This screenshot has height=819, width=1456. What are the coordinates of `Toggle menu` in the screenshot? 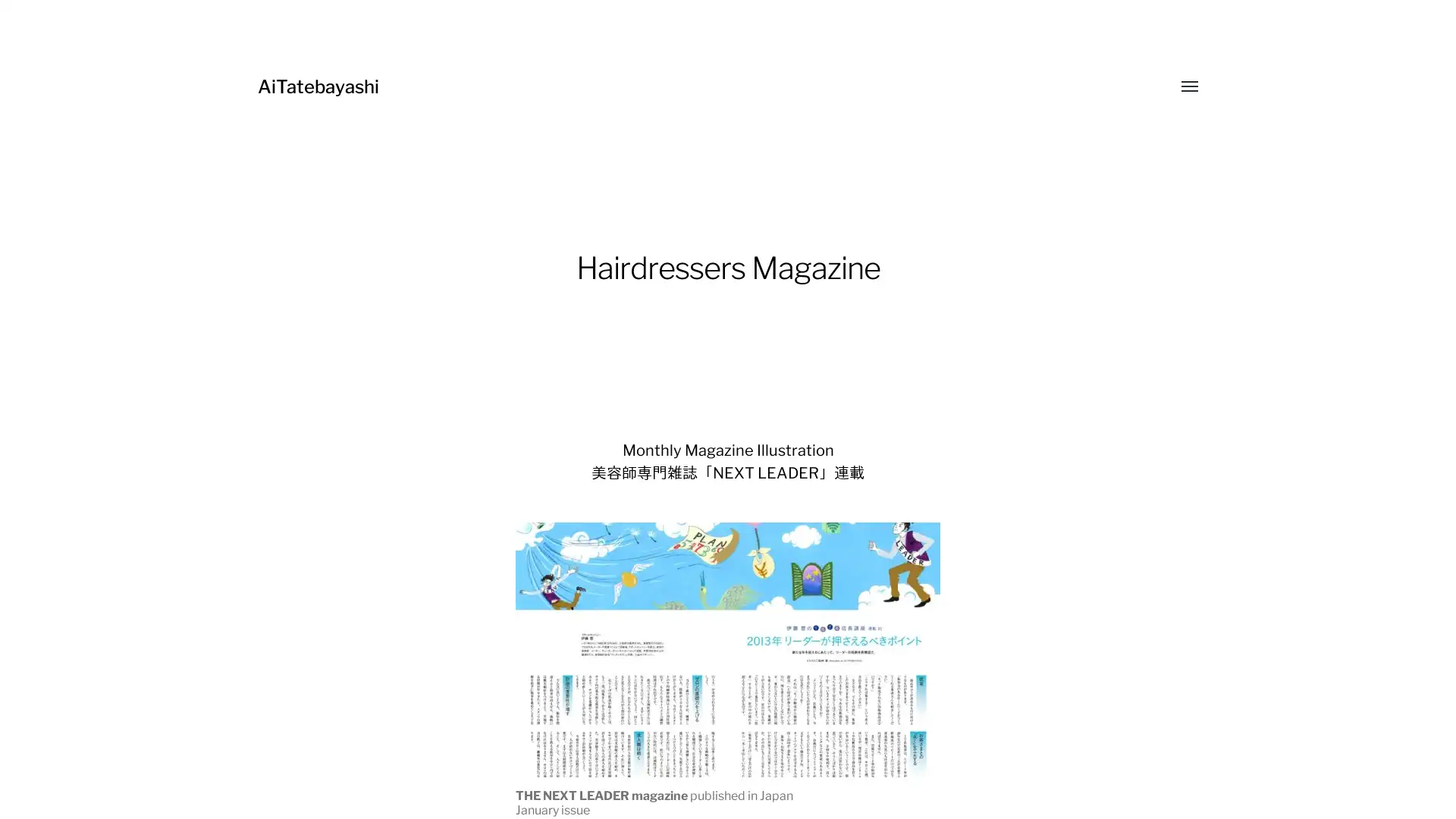 It's located at (1178, 86).